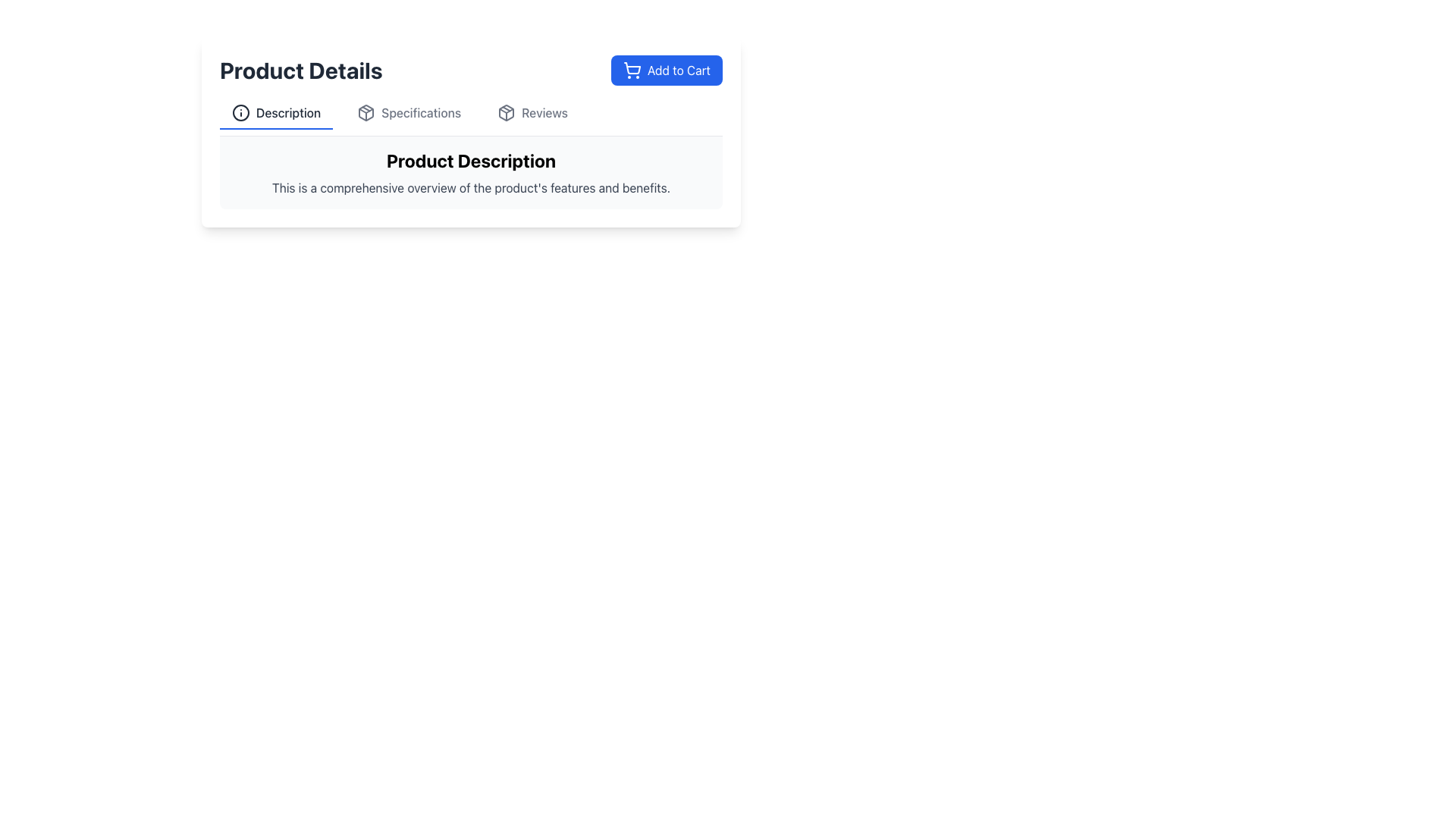  I want to click on the main shape of the shopping cart icon located within the blue 'Add to Cart' button at the top-right of the interface, so click(632, 68).